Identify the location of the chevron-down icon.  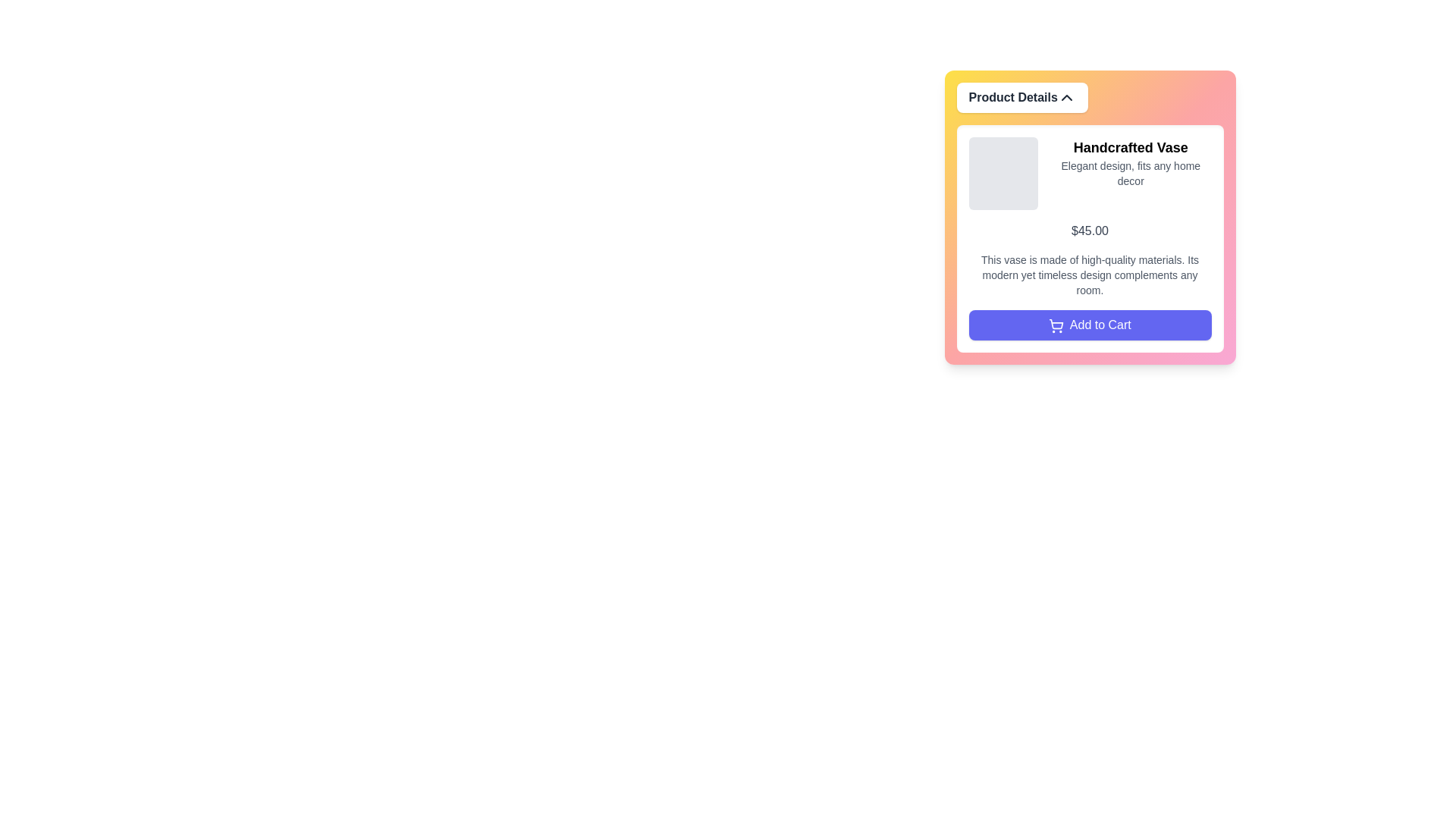
(1065, 97).